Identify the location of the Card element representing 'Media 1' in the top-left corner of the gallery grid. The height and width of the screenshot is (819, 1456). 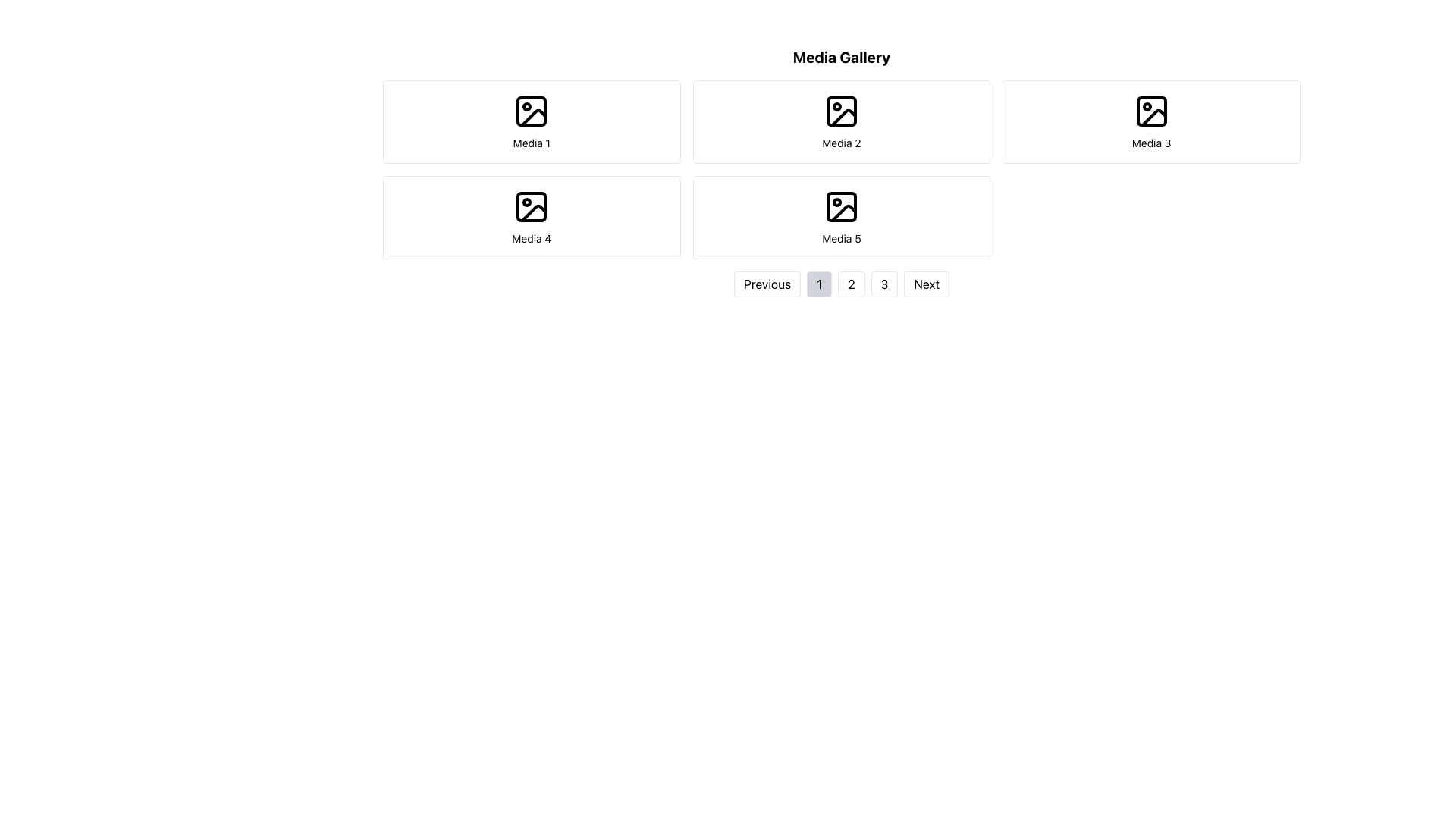
(532, 121).